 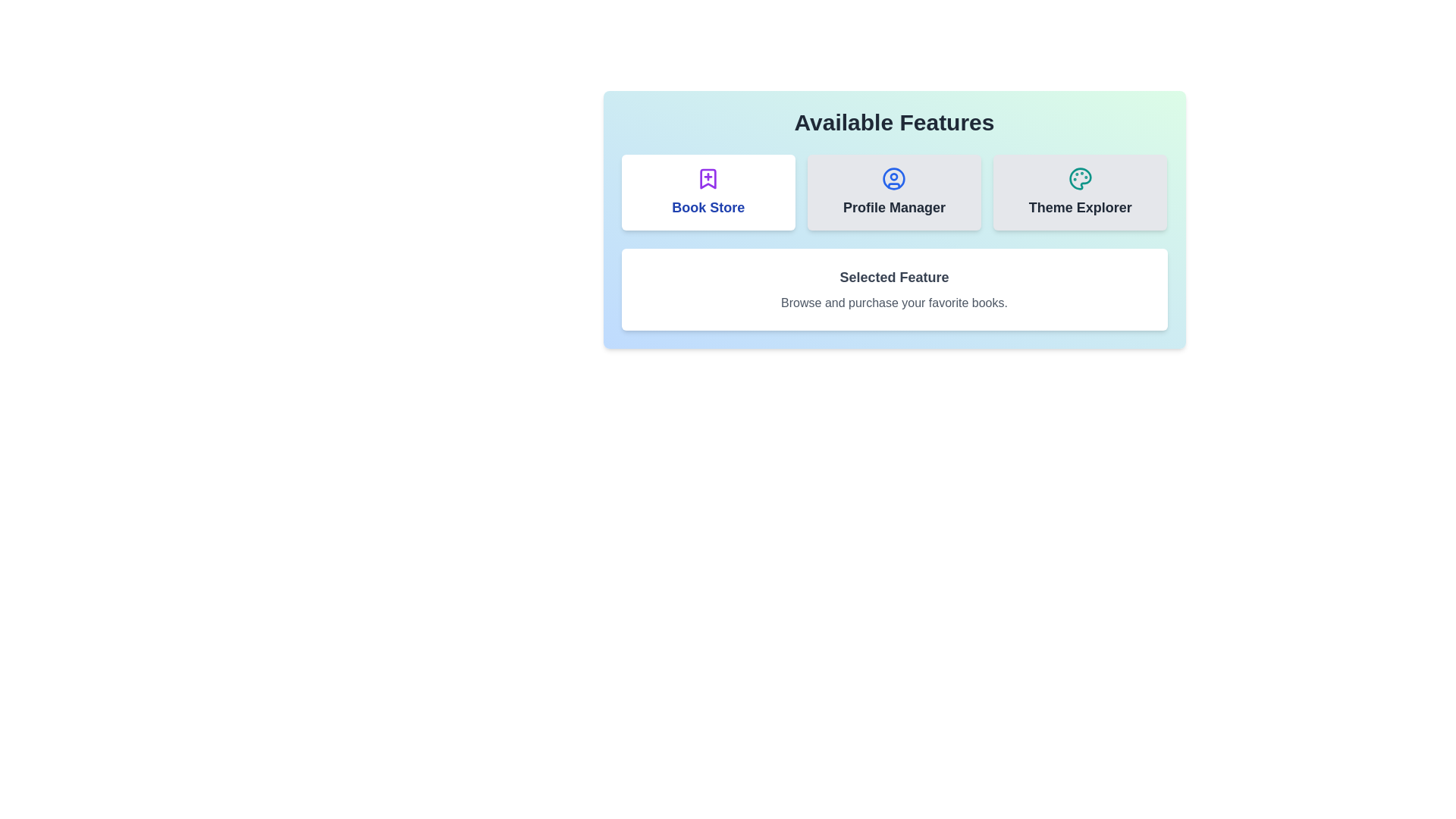 I want to click on the decorative icon for the 'Theme Explorer' feature, so click(x=1079, y=177).